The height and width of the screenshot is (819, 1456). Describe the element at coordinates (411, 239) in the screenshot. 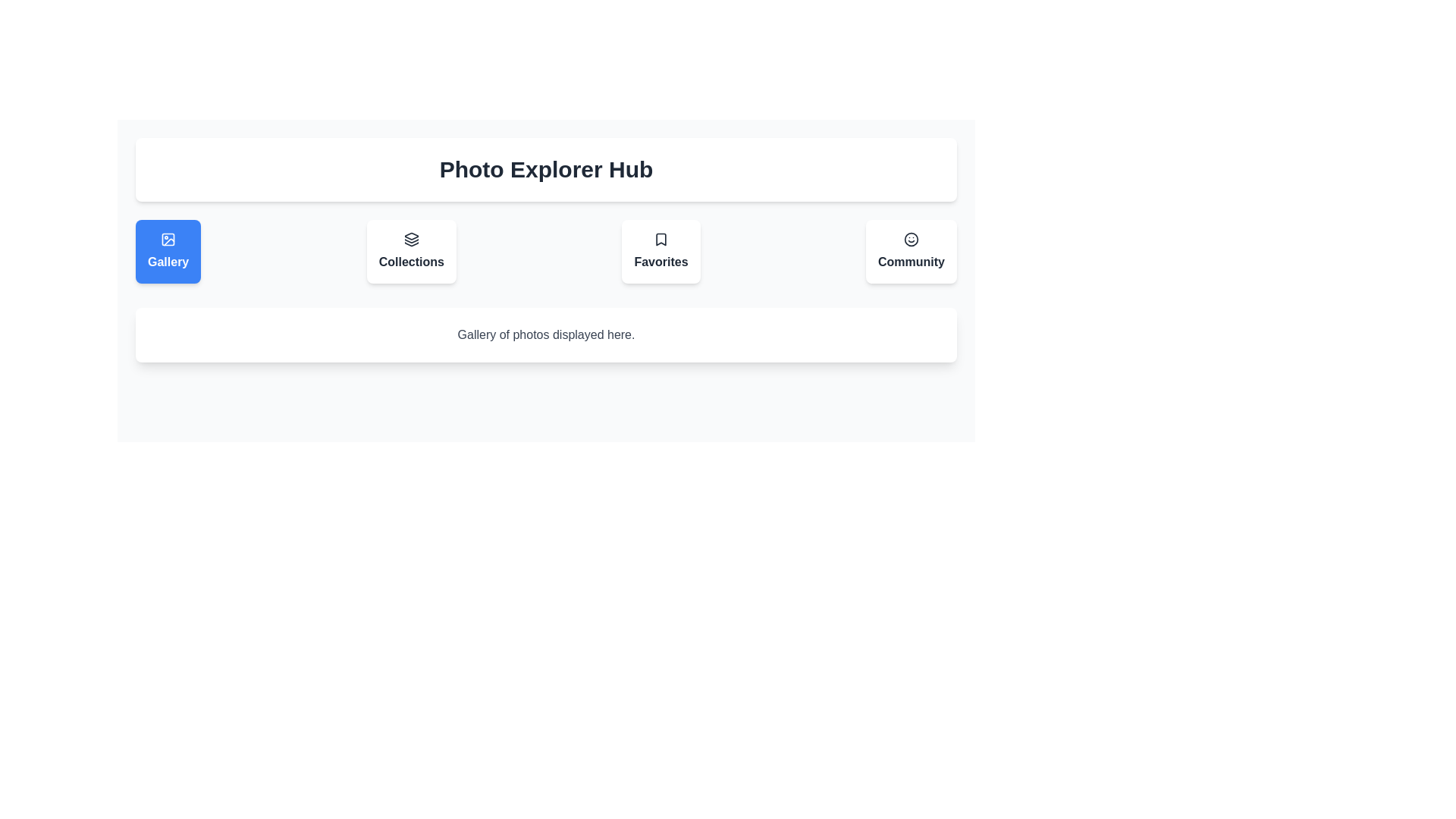

I see `the 'Collections' icon, which is the second option in the navigation menu, to enhance user recognition of its functionality` at that location.